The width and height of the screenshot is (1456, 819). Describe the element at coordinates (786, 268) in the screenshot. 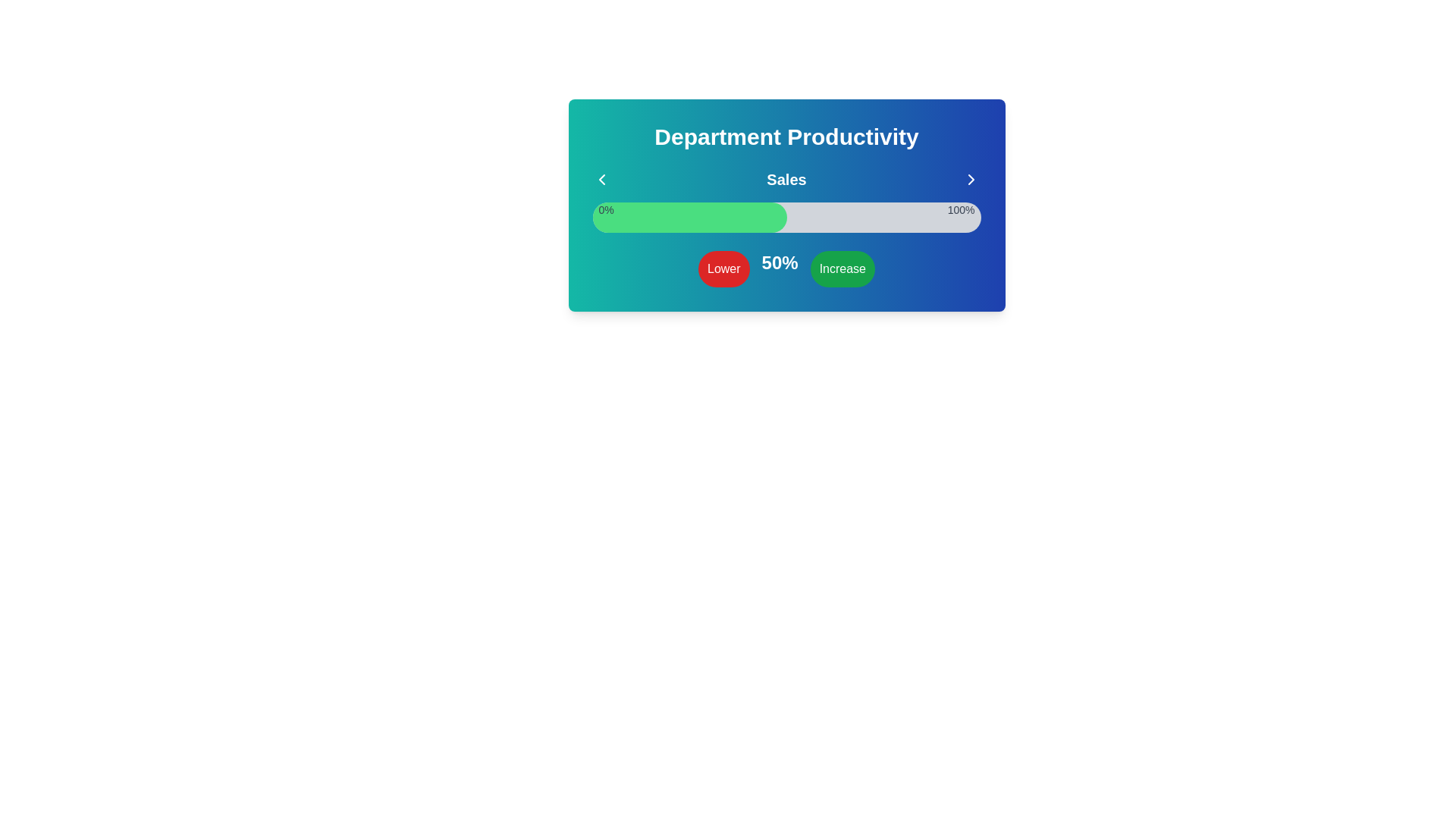

I see `the central text displaying '50%'` at that location.